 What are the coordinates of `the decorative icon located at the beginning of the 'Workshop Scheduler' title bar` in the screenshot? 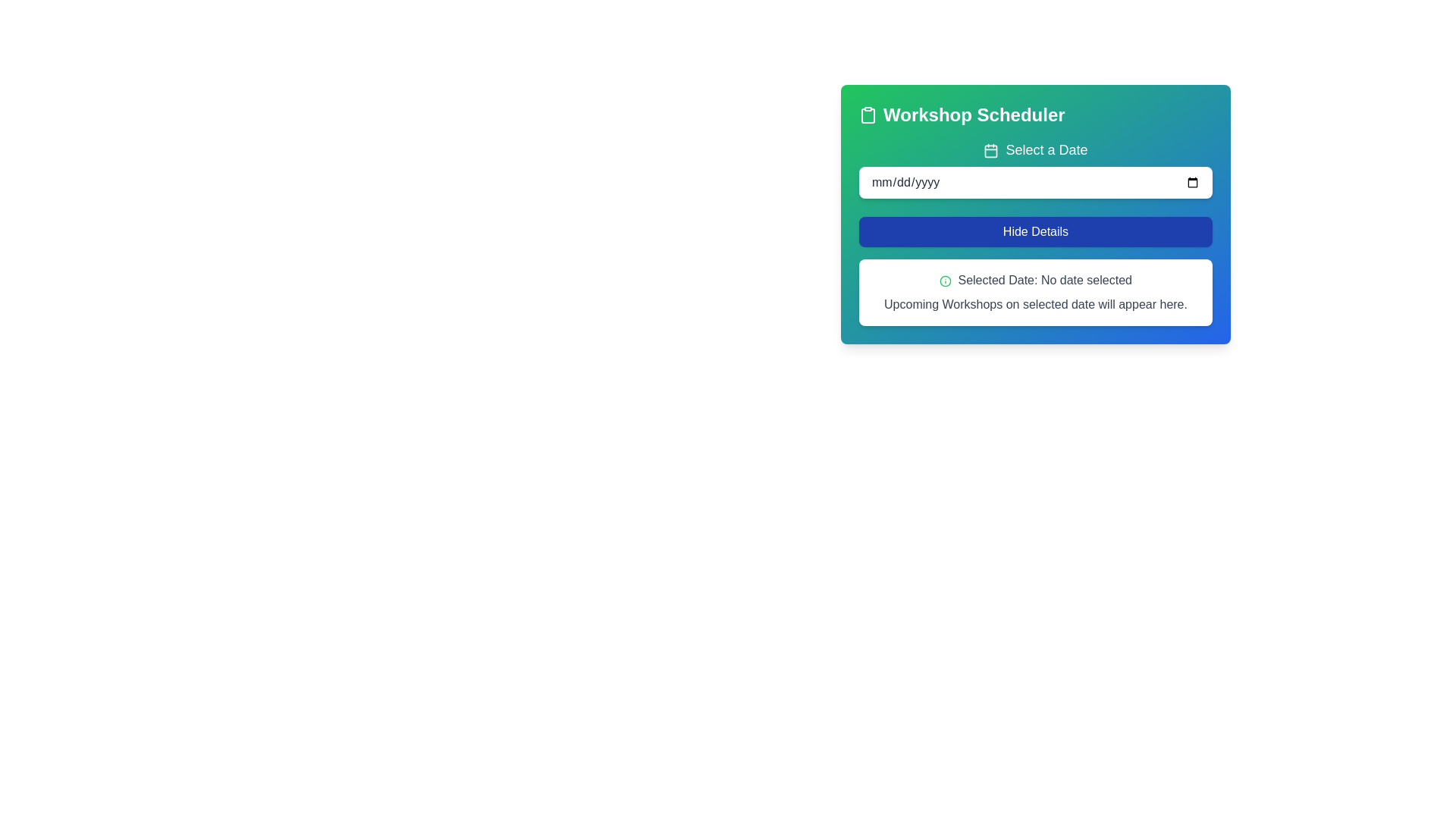 It's located at (868, 114).